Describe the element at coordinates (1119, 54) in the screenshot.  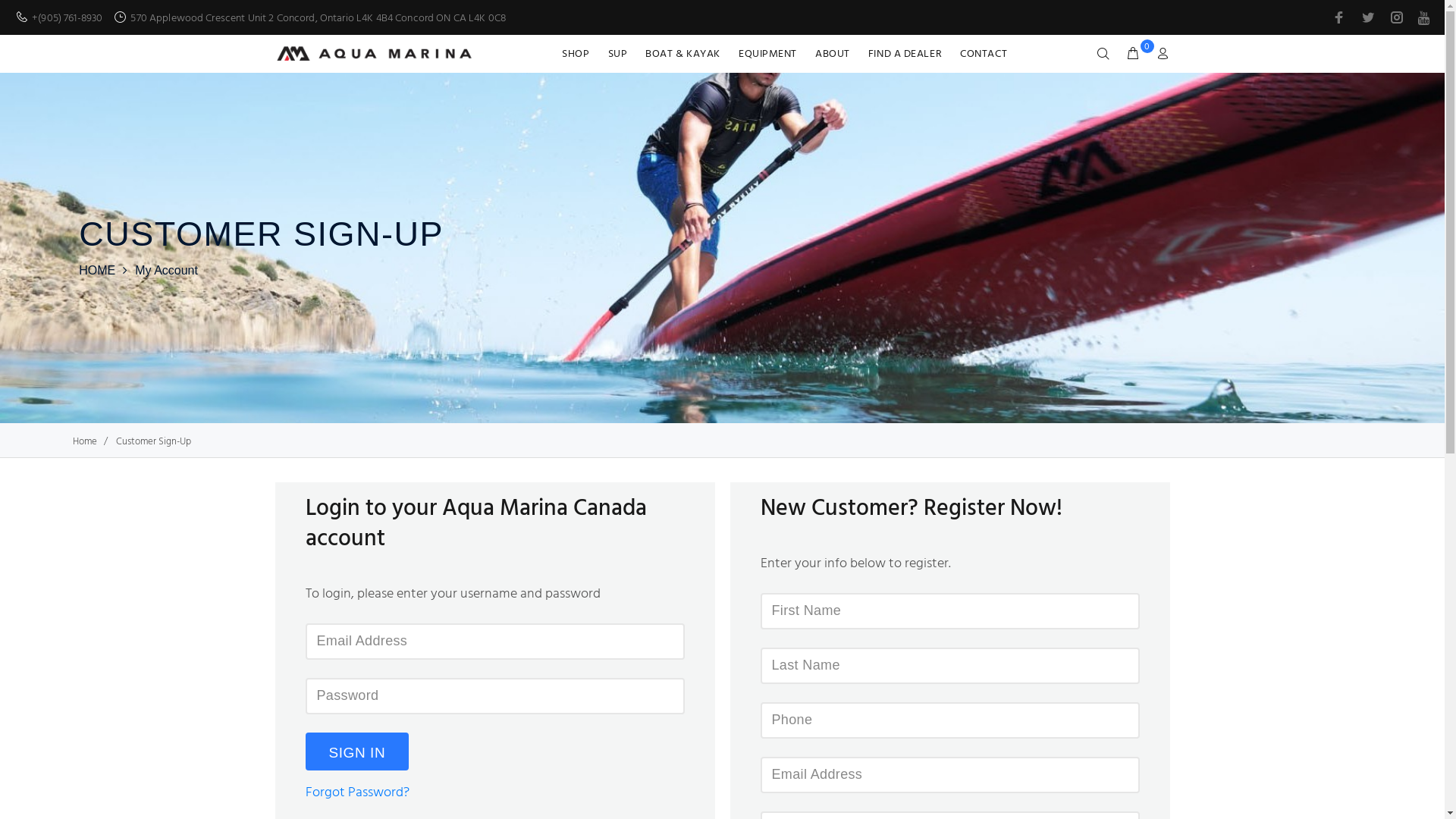
I see `'0'` at that location.